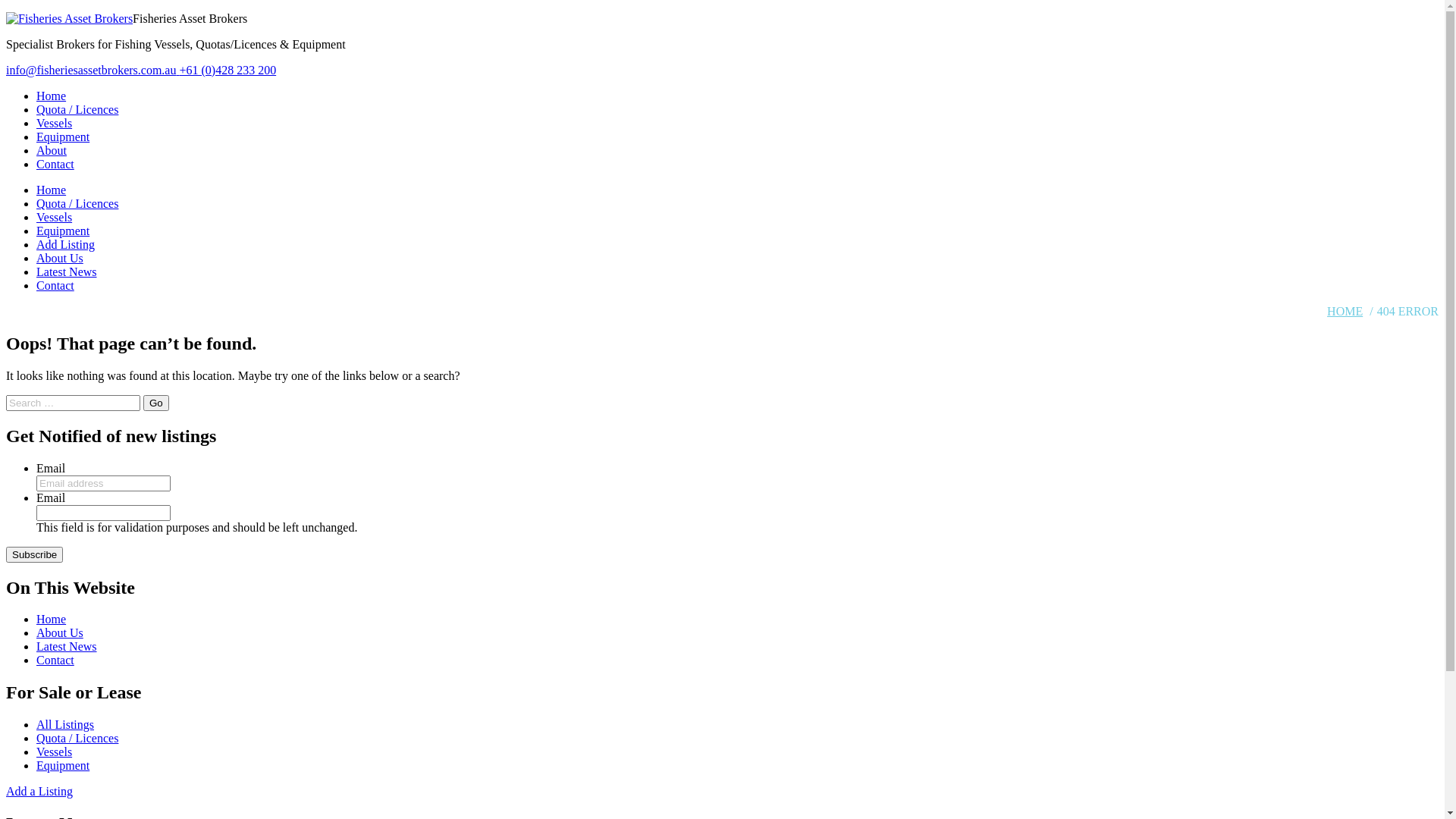 This screenshot has width=1456, height=819. Describe the element at coordinates (64, 723) in the screenshot. I see `'All Listings'` at that location.